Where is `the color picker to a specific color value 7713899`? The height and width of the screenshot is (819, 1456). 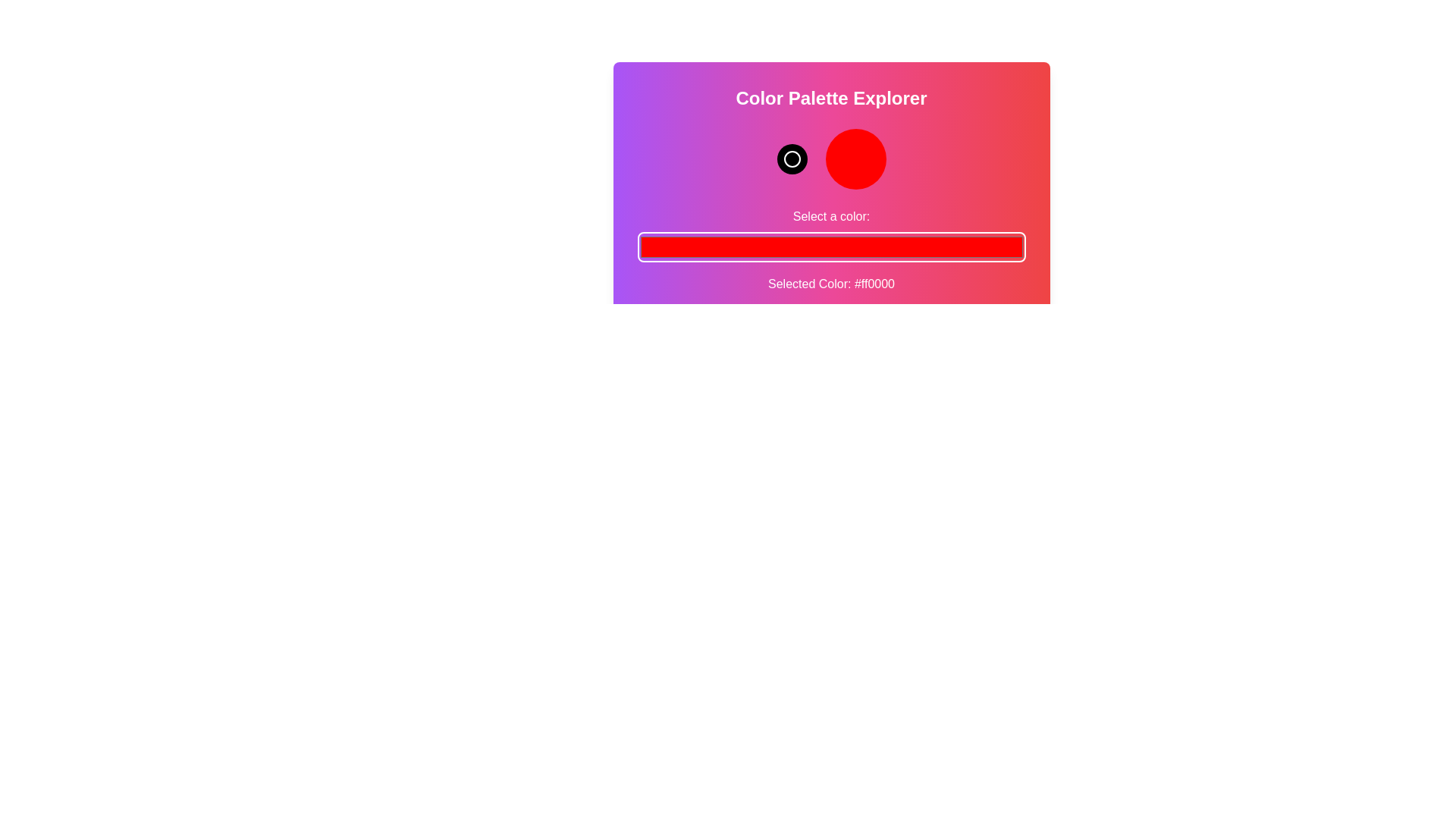
the color picker to a specific color value 7713899 is located at coordinates (830, 246).